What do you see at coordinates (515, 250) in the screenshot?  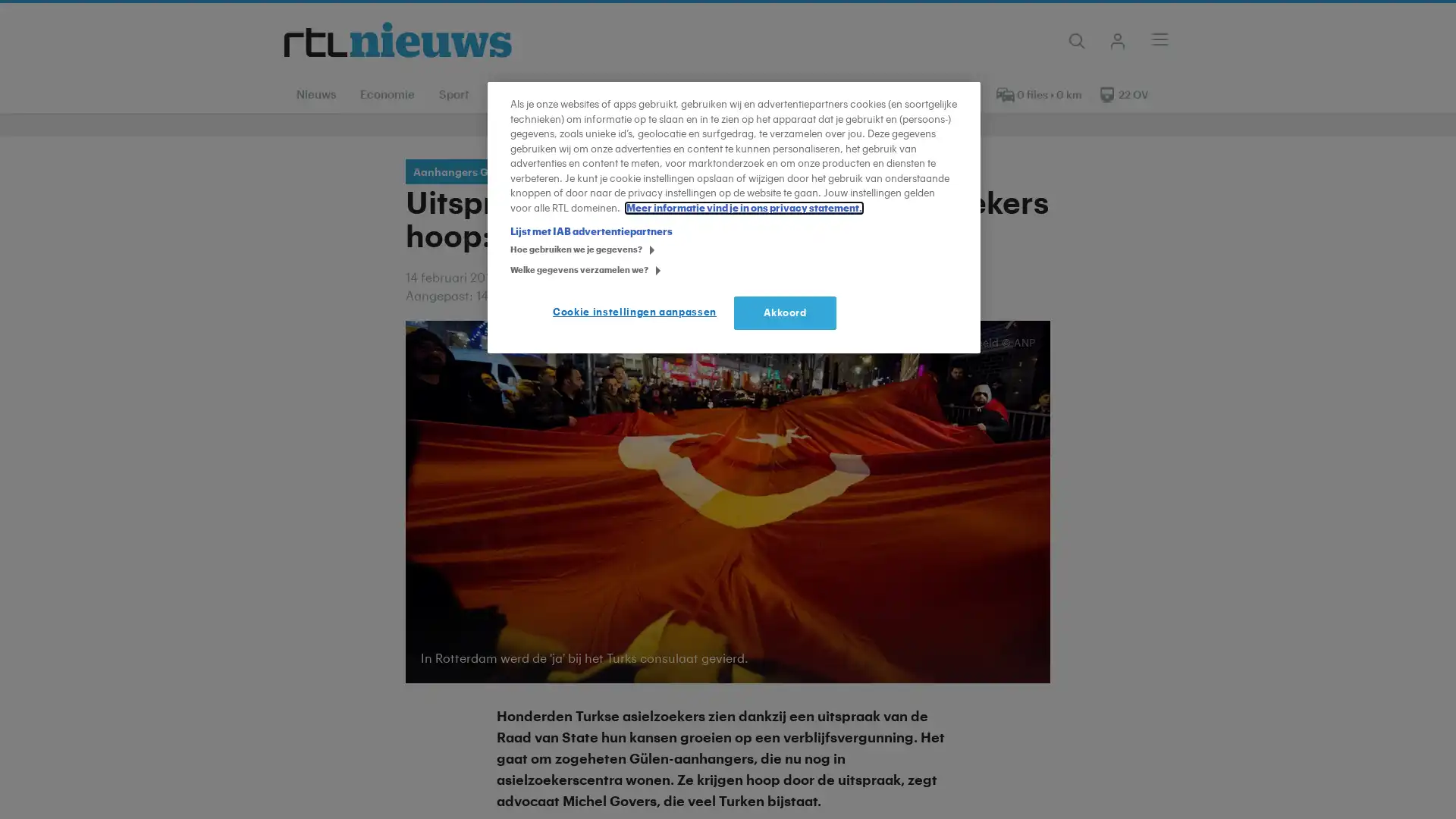 I see `Hoe gebruiken we je gegevens?` at bounding box center [515, 250].